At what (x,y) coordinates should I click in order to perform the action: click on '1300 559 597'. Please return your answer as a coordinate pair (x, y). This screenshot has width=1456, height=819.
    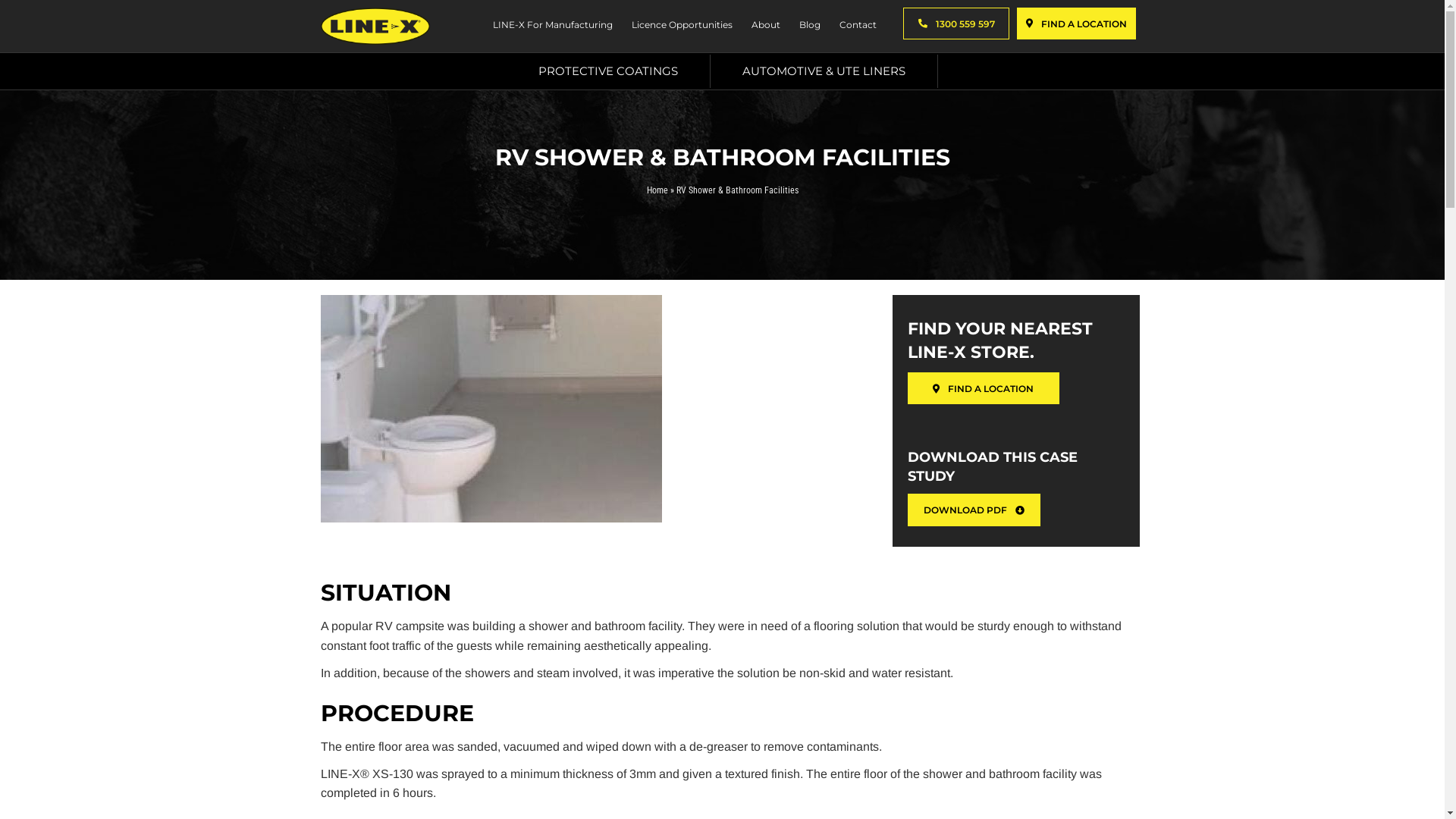
    Looking at the image, I should click on (955, 23).